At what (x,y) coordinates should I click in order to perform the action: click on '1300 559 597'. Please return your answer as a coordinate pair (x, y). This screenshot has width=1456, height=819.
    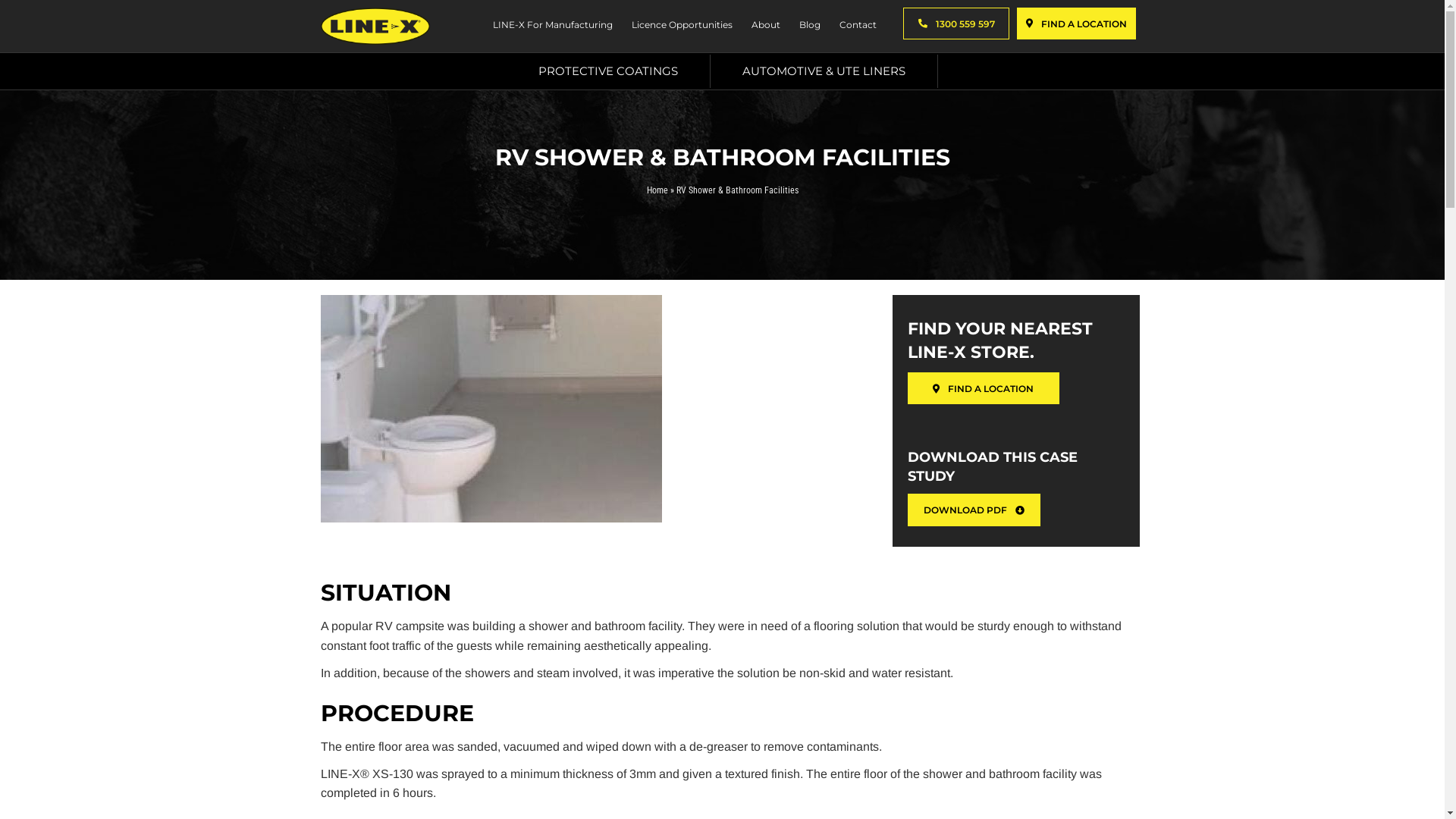
    Looking at the image, I should click on (955, 23).